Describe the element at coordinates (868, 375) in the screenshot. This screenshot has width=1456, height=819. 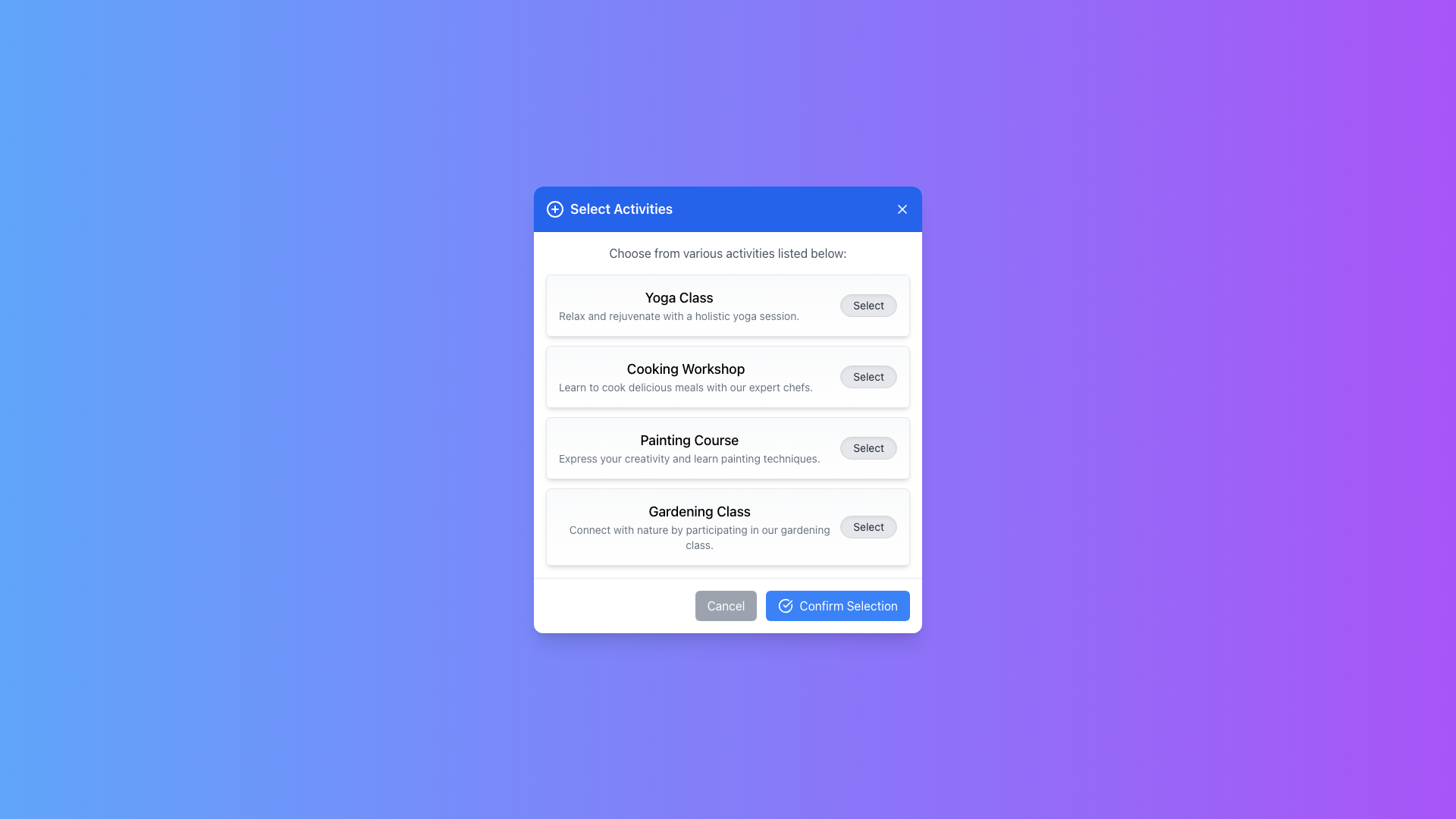
I see `the 'Select' button, which is a pill-shaped button with a light gray background and rounded edges, located to the right of the 'Cooking Workshop' item` at that location.